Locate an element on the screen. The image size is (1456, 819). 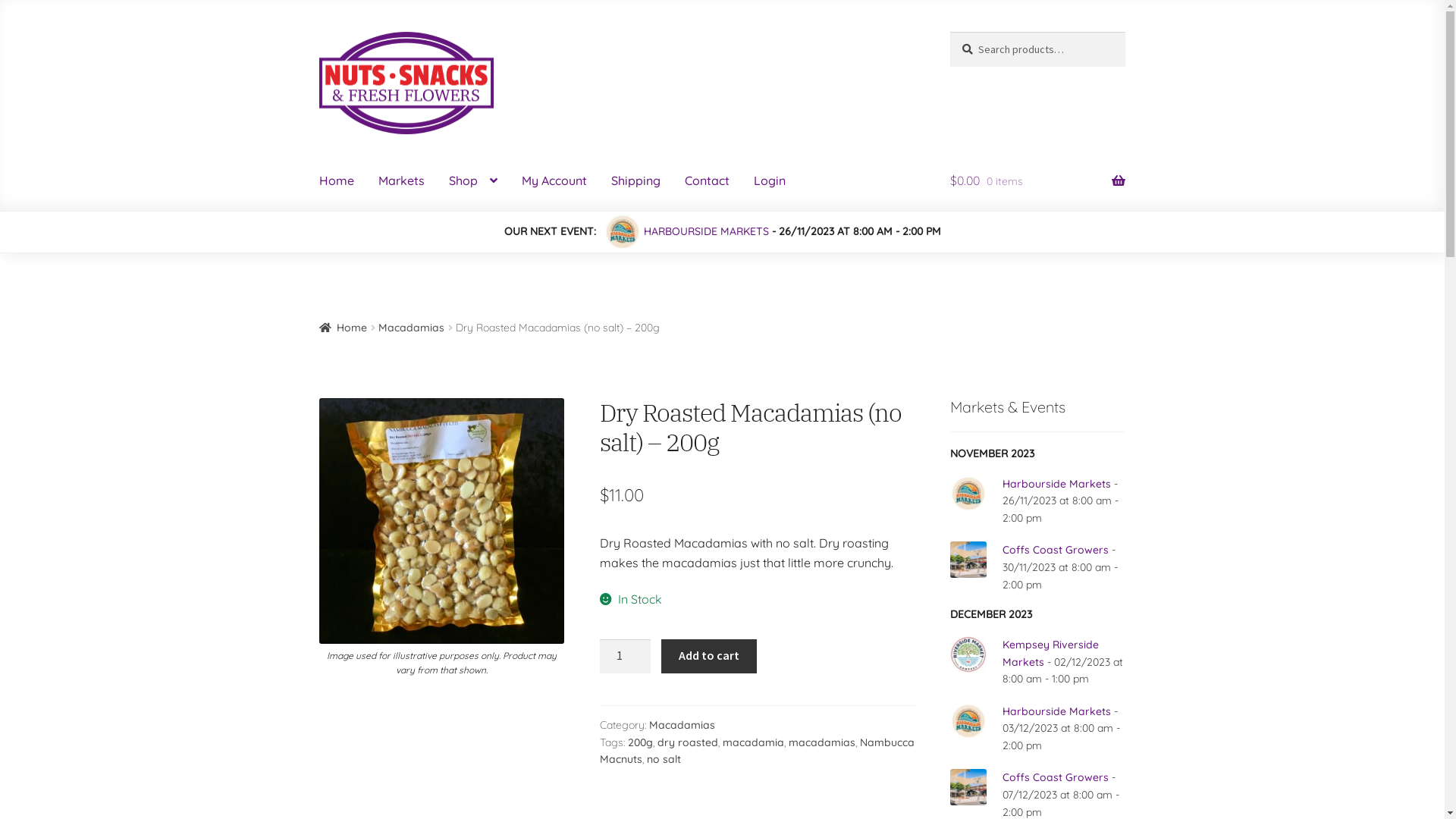
'macadamias' is located at coordinates (821, 742).